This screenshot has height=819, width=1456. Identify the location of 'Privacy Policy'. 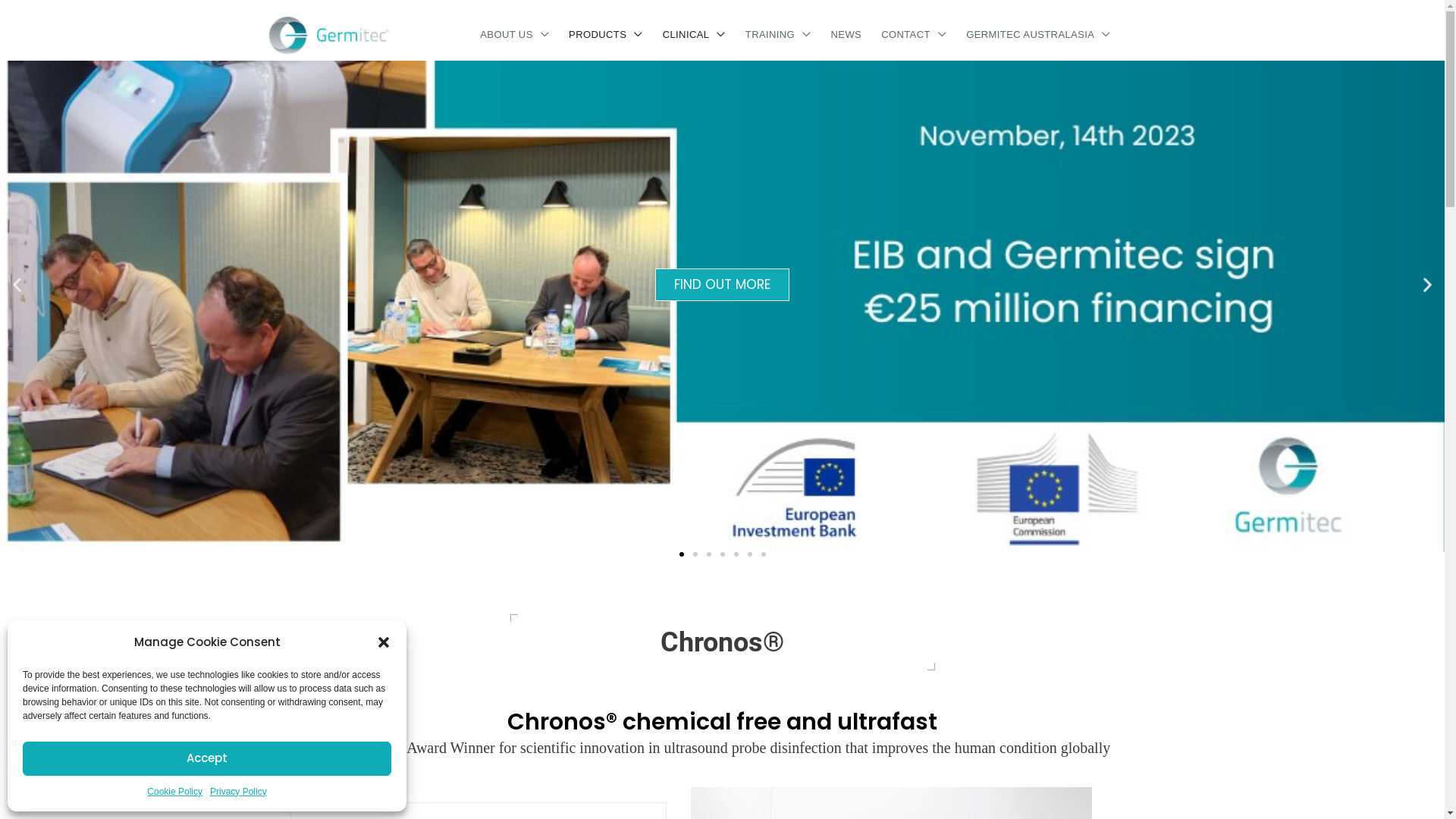
(209, 791).